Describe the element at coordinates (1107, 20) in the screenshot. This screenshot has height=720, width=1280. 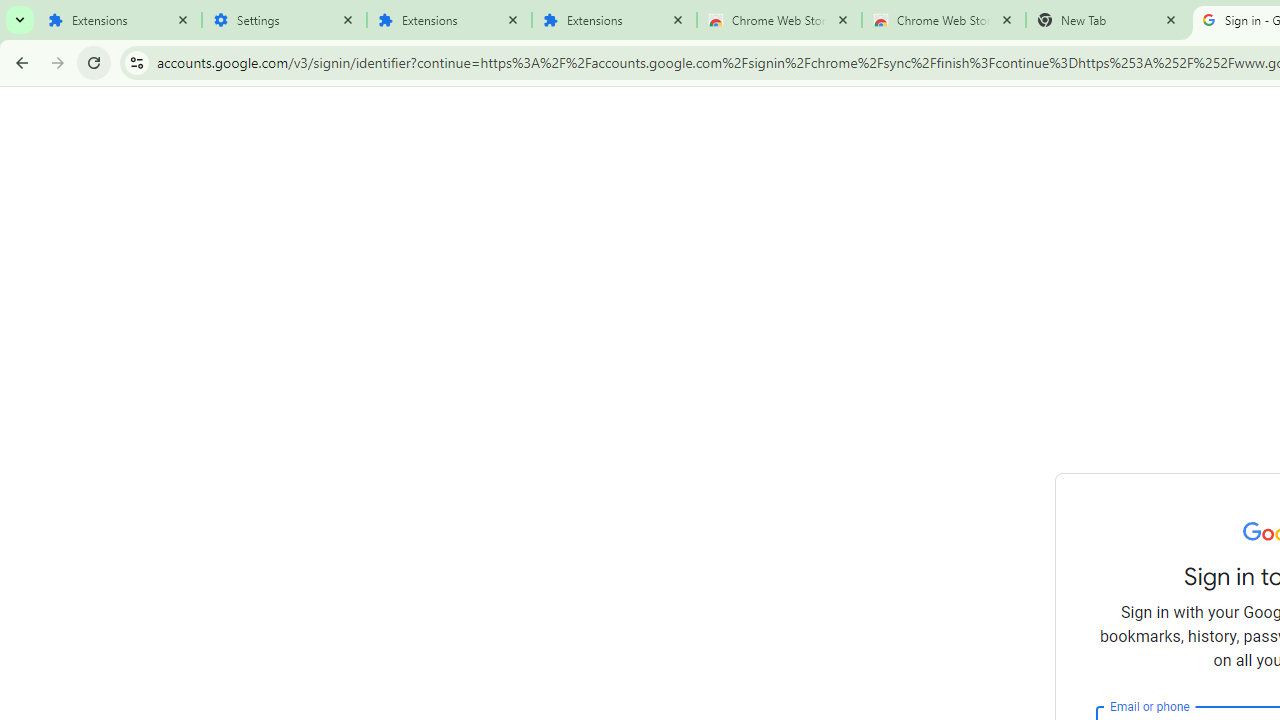
I see `'New Tab'` at that location.